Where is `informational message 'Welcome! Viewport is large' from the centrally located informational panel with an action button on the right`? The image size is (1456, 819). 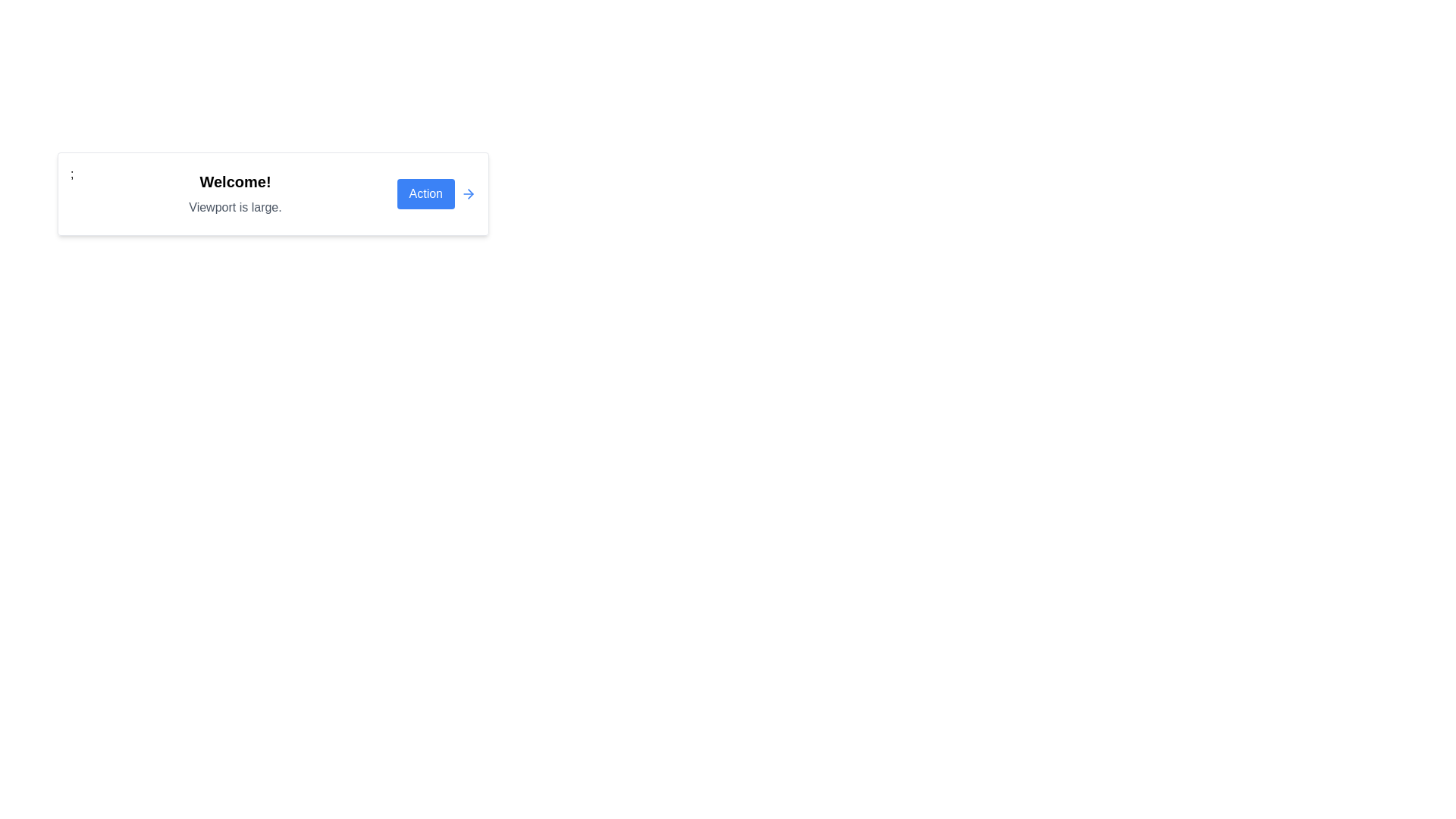 informational message 'Welcome! Viewport is large' from the centrally located informational panel with an action button on the right is located at coordinates (273, 193).